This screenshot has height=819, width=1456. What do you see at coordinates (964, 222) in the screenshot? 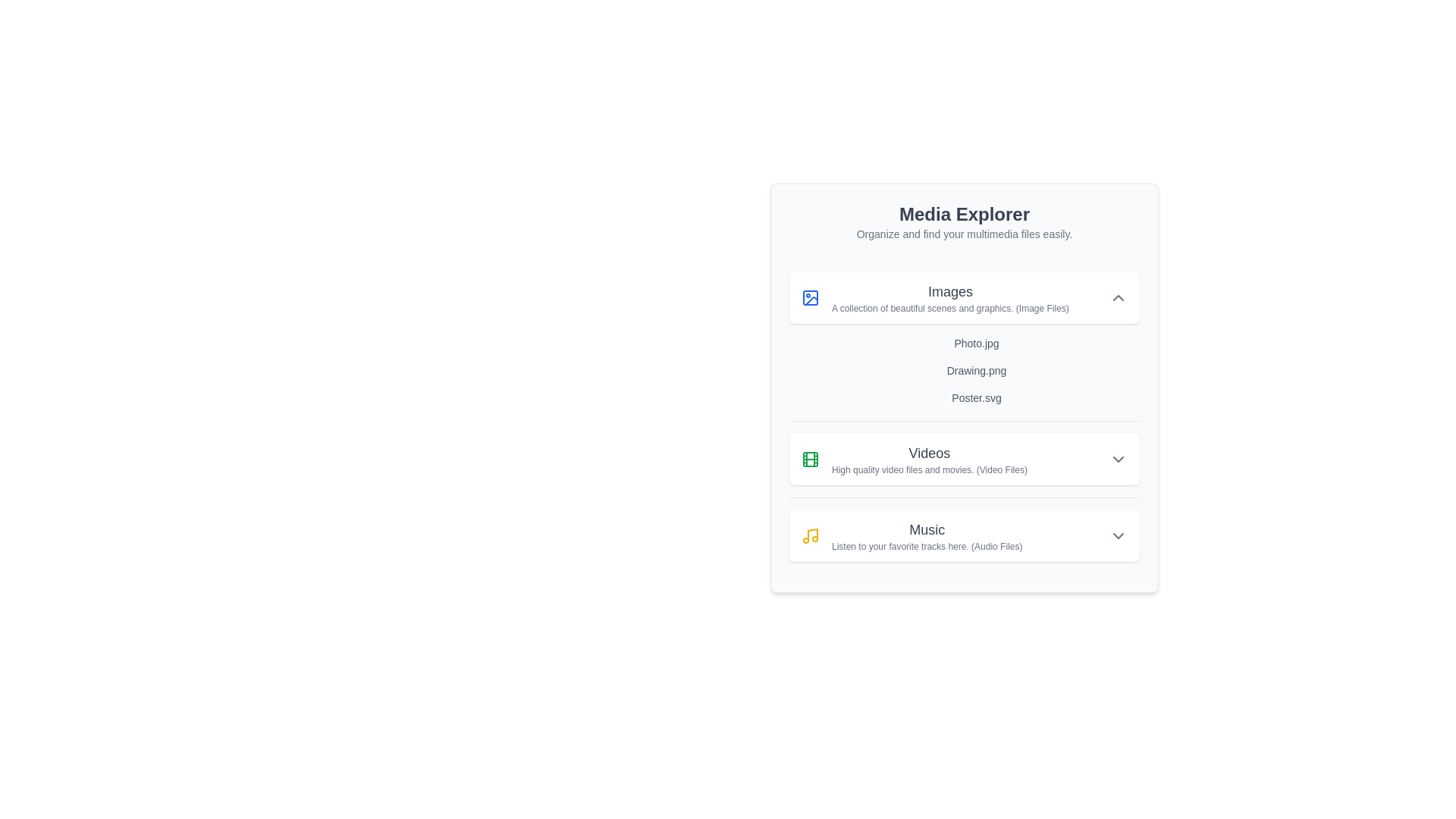
I see `the header with subheading at the top of the multimedia organizer` at bounding box center [964, 222].